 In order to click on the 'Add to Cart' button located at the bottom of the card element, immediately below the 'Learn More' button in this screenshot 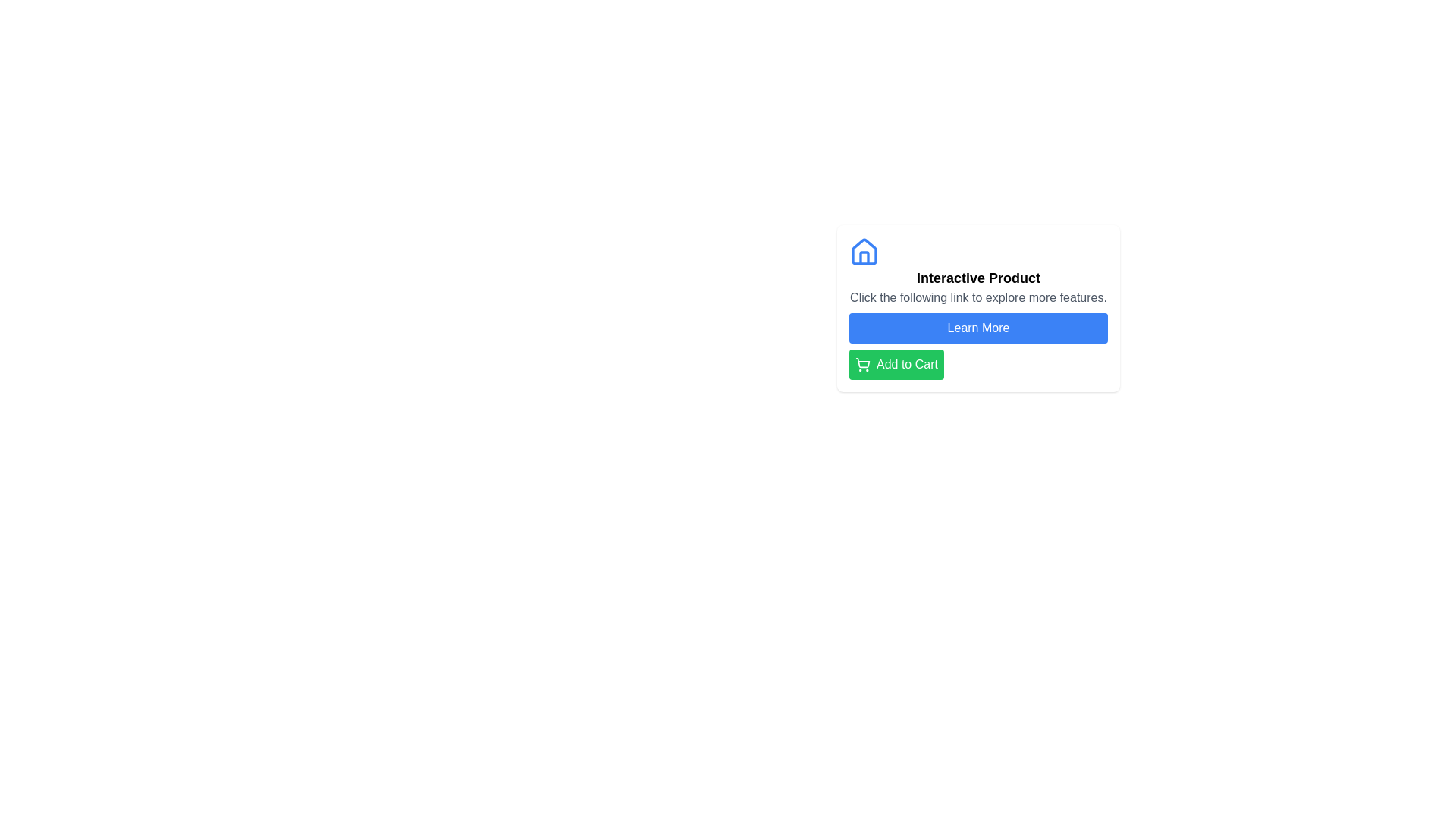, I will do `click(896, 365)`.